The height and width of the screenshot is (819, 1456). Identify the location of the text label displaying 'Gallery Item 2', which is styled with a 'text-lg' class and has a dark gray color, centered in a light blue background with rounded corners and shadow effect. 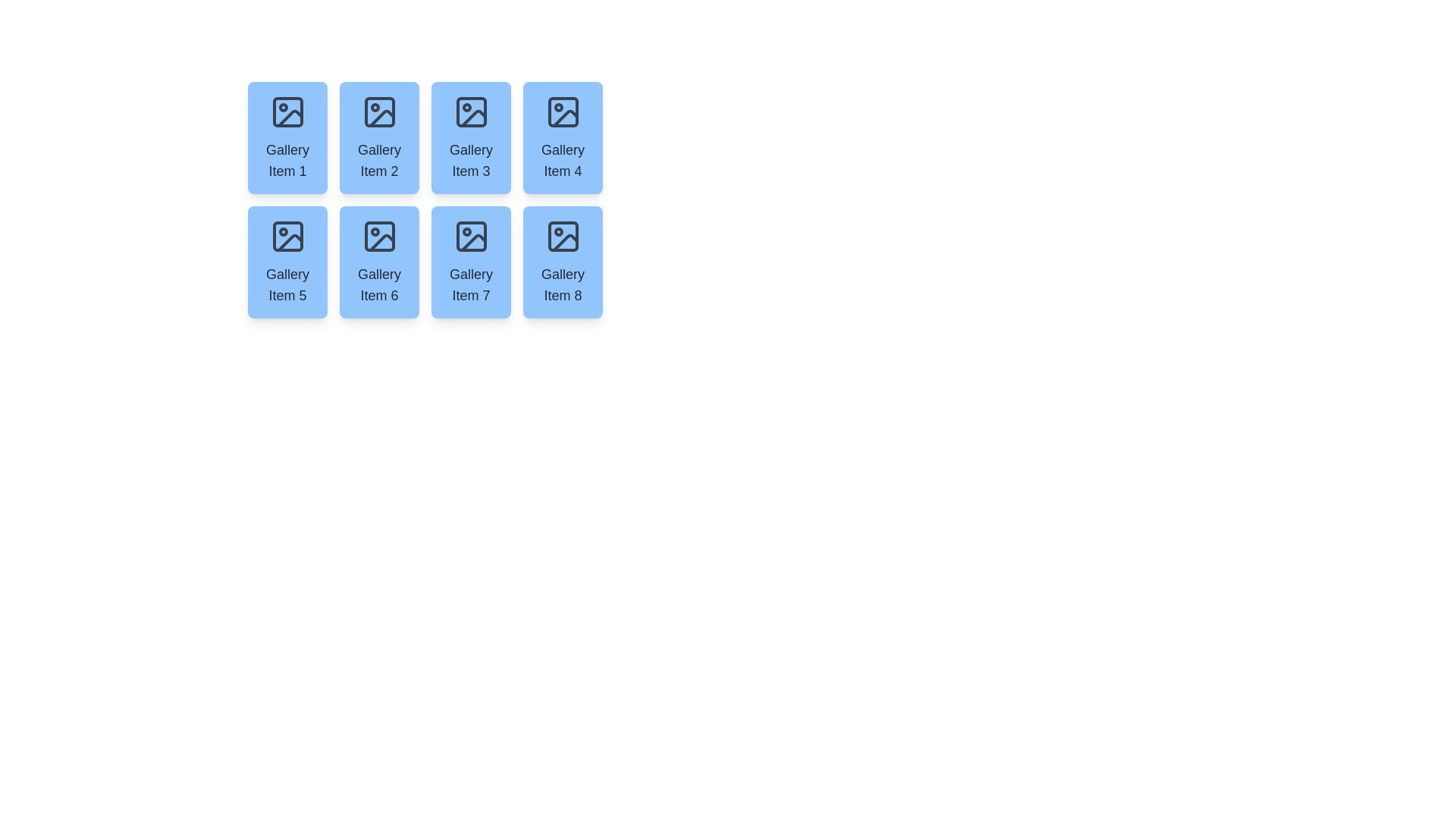
(379, 161).